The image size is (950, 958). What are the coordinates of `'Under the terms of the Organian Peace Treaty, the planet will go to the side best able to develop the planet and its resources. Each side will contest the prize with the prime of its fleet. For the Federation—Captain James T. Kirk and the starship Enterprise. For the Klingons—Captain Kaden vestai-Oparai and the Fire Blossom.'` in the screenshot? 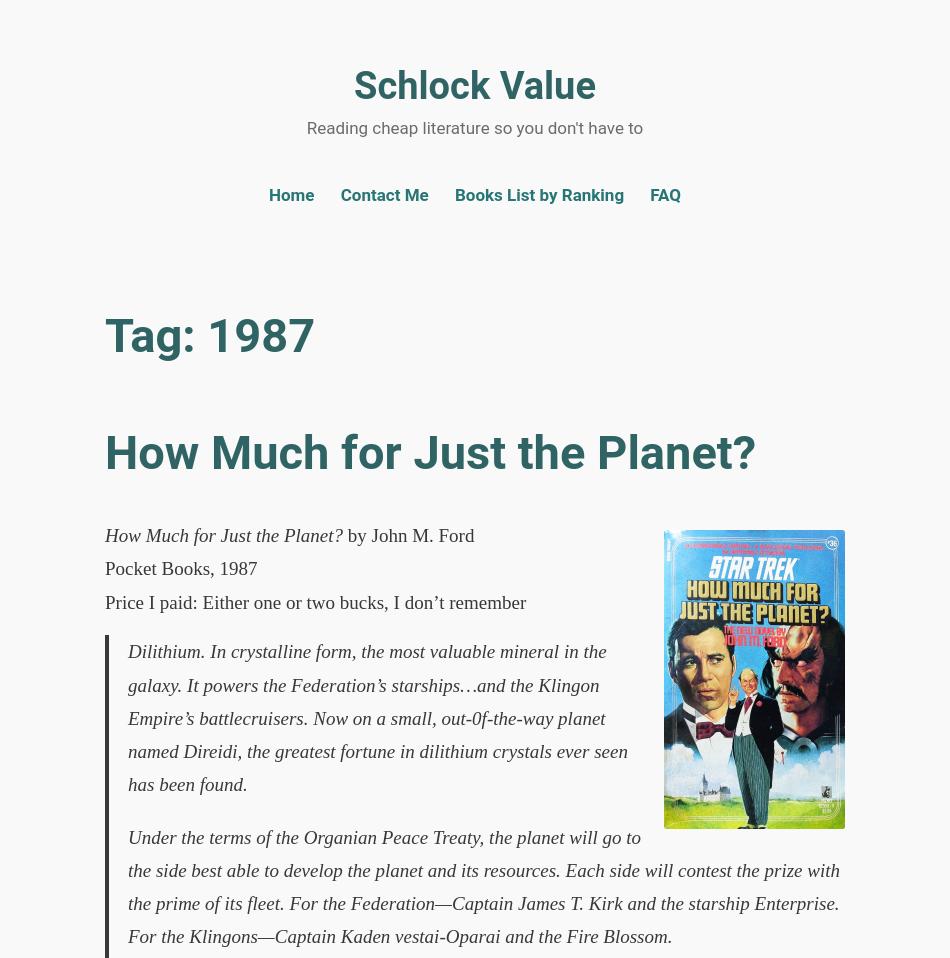 It's located at (127, 886).